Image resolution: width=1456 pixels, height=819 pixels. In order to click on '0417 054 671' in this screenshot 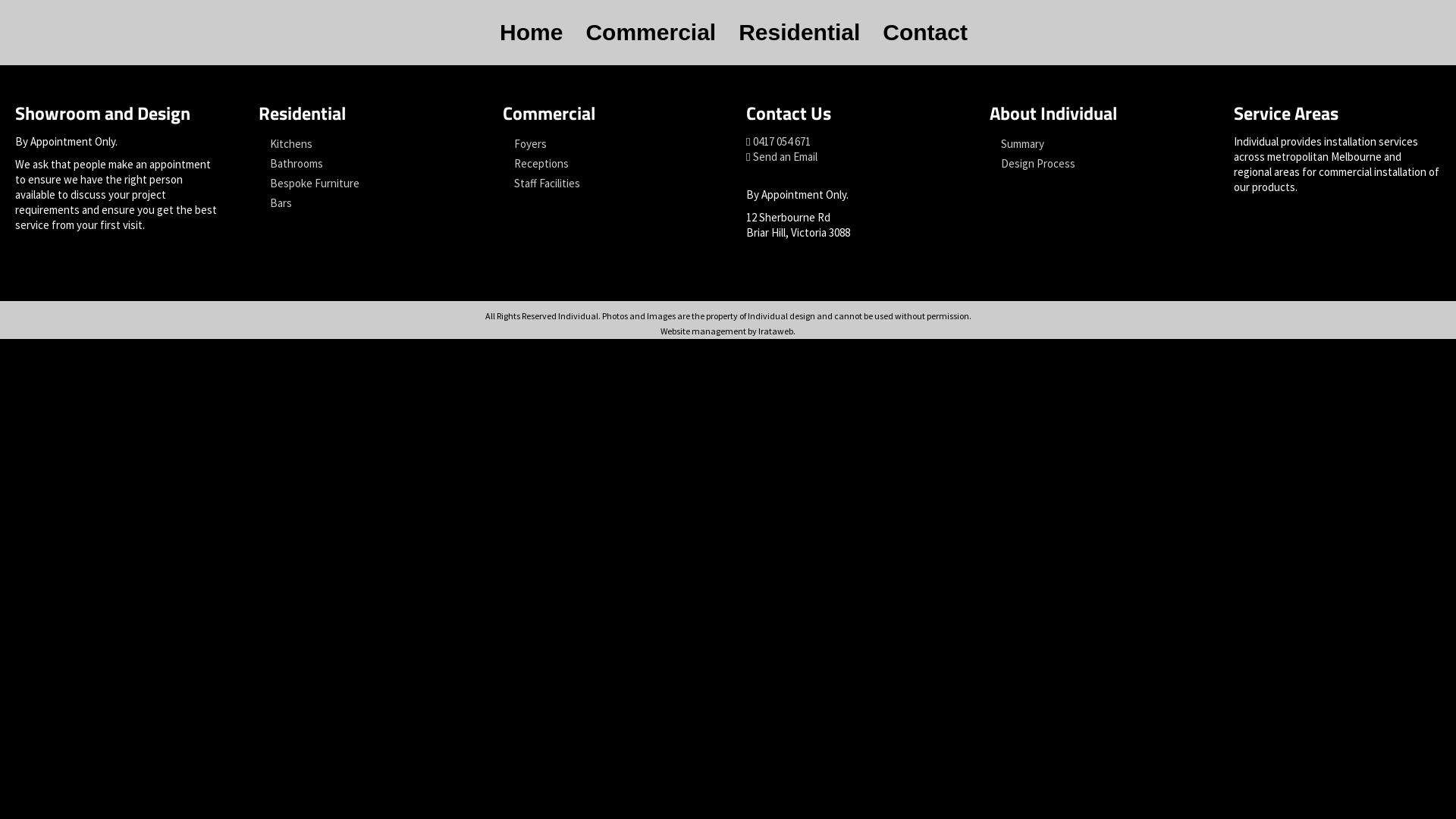, I will do `click(782, 141)`.